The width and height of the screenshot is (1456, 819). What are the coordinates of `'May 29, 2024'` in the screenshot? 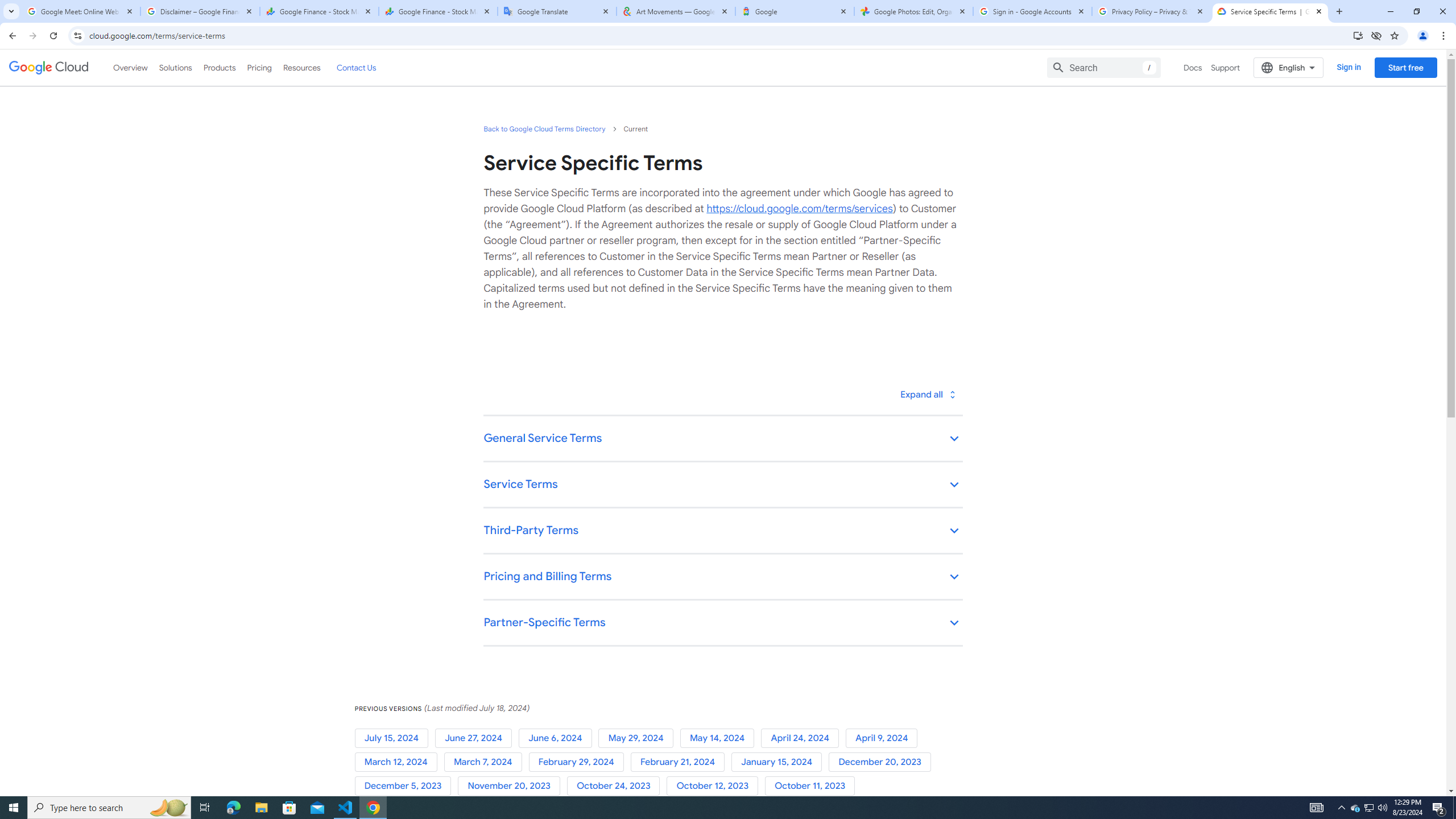 It's located at (638, 738).